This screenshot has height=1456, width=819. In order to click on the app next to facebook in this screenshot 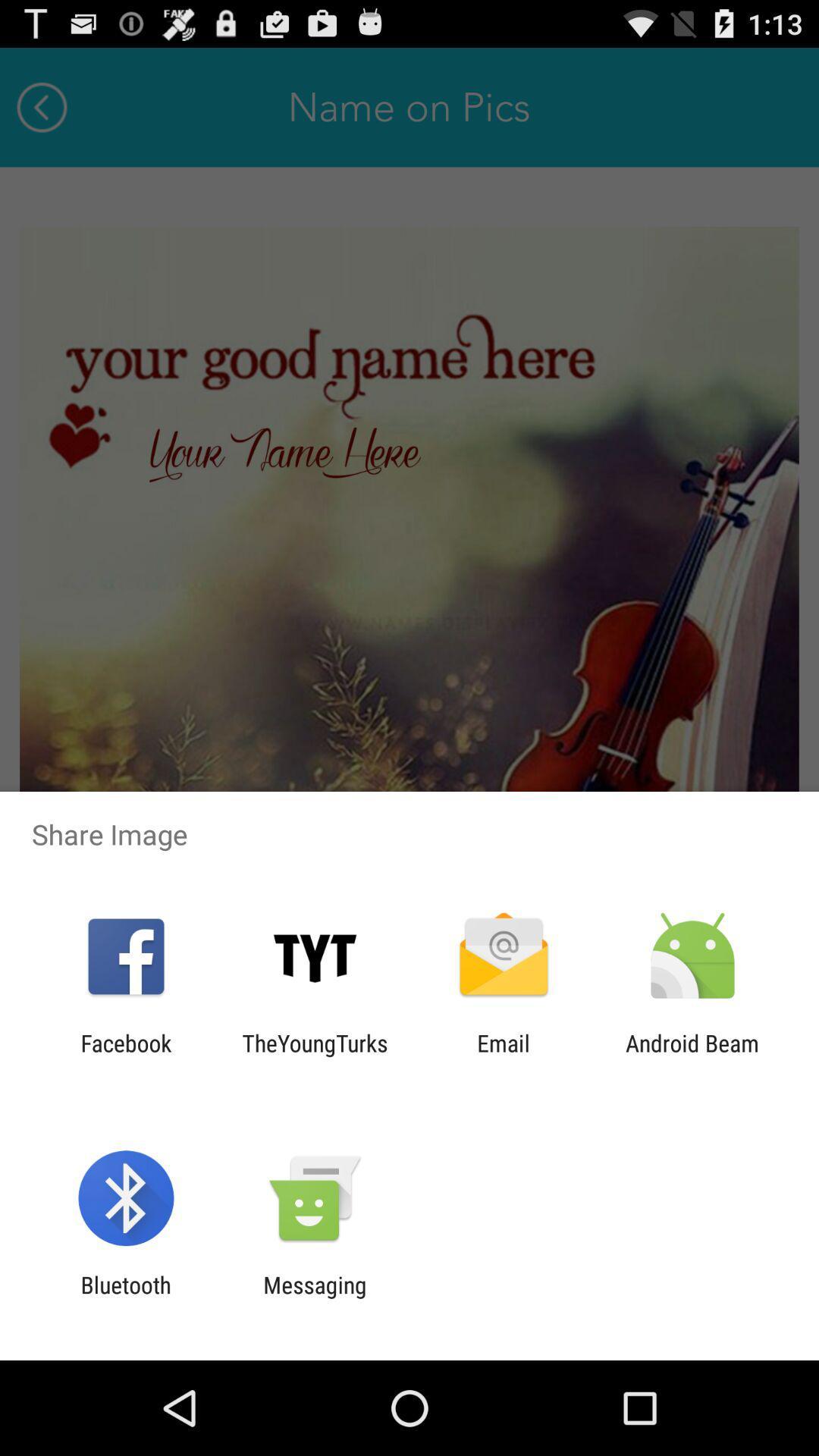, I will do `click(314, 1056)`.